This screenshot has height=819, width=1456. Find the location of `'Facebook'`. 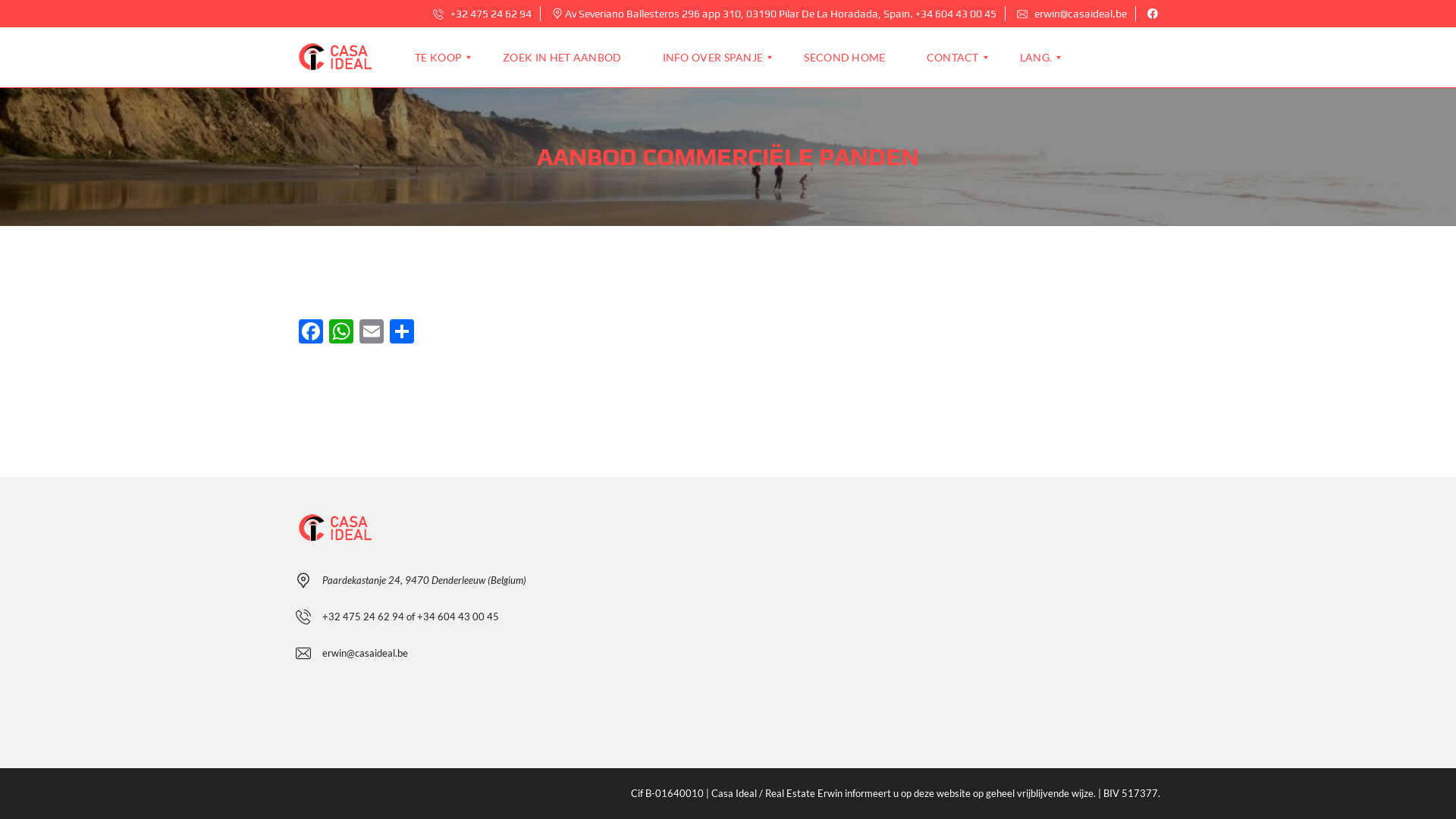

'Facebook' is located at coordinates (295, 332).